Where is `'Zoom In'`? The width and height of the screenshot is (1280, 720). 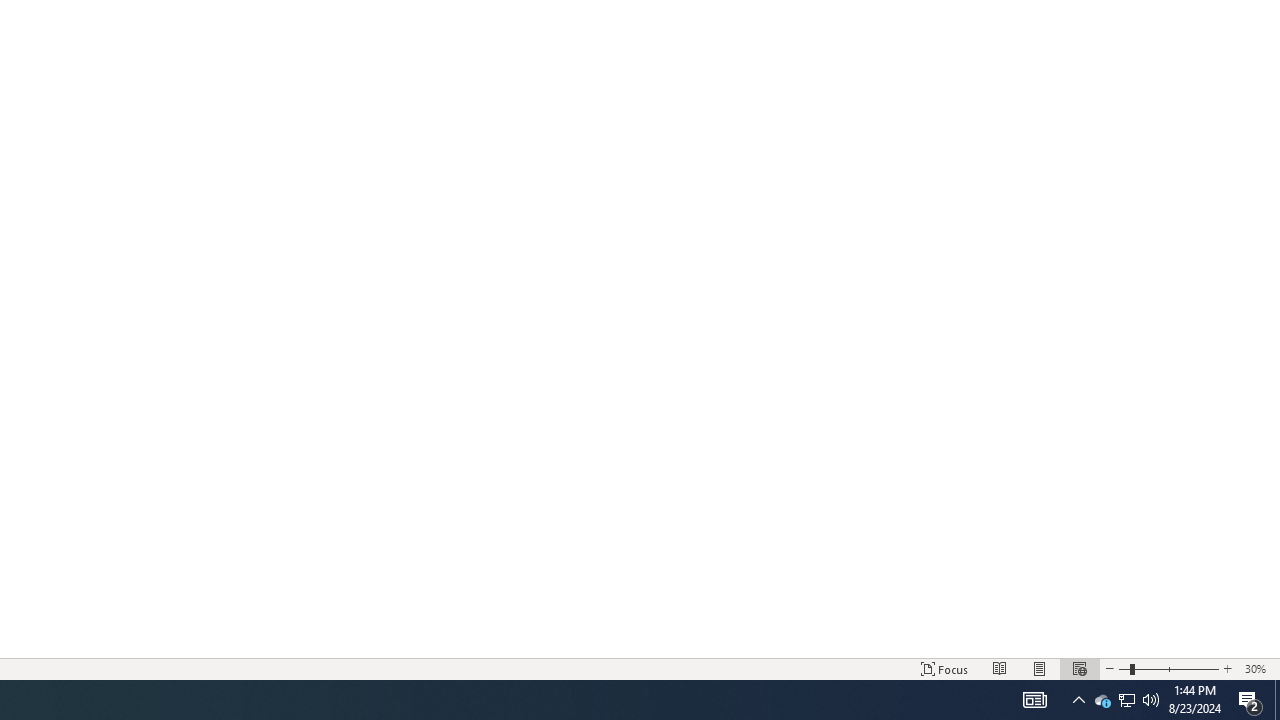
'Zoom In' is located at coordinates (1226, 669).